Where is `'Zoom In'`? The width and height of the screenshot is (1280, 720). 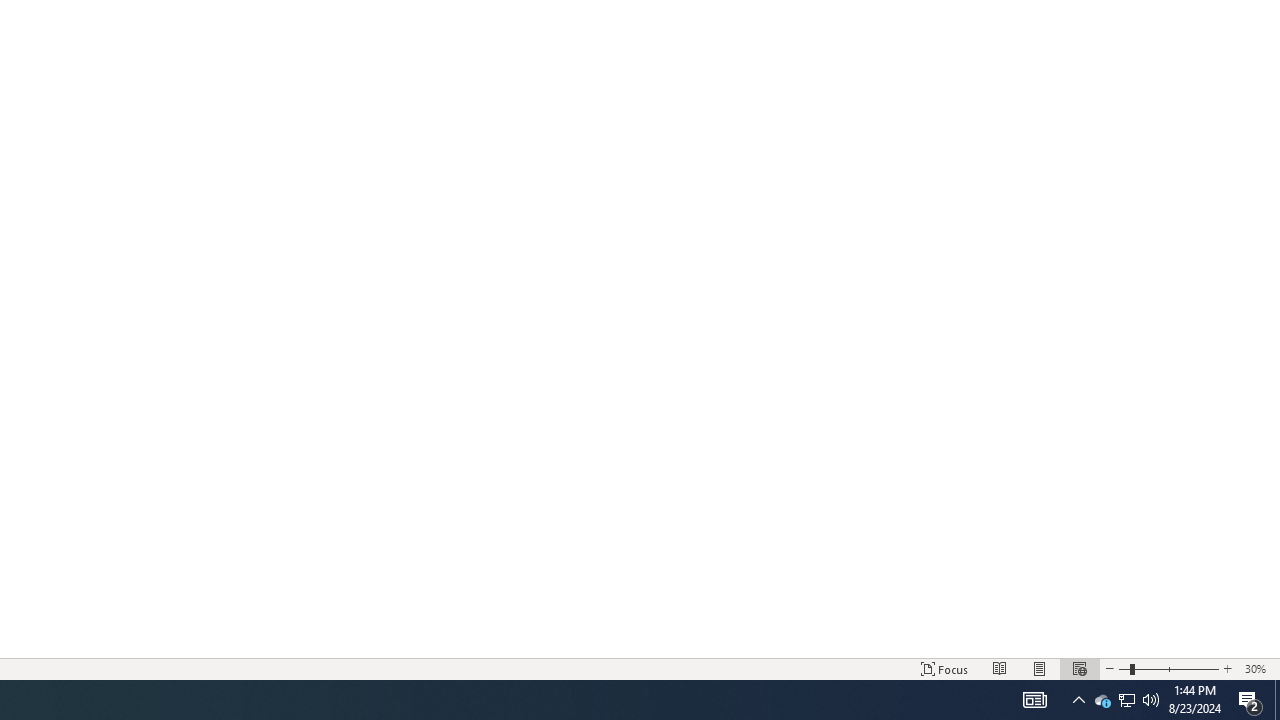
'Zoom In' is located at coordinates (1226, 669).